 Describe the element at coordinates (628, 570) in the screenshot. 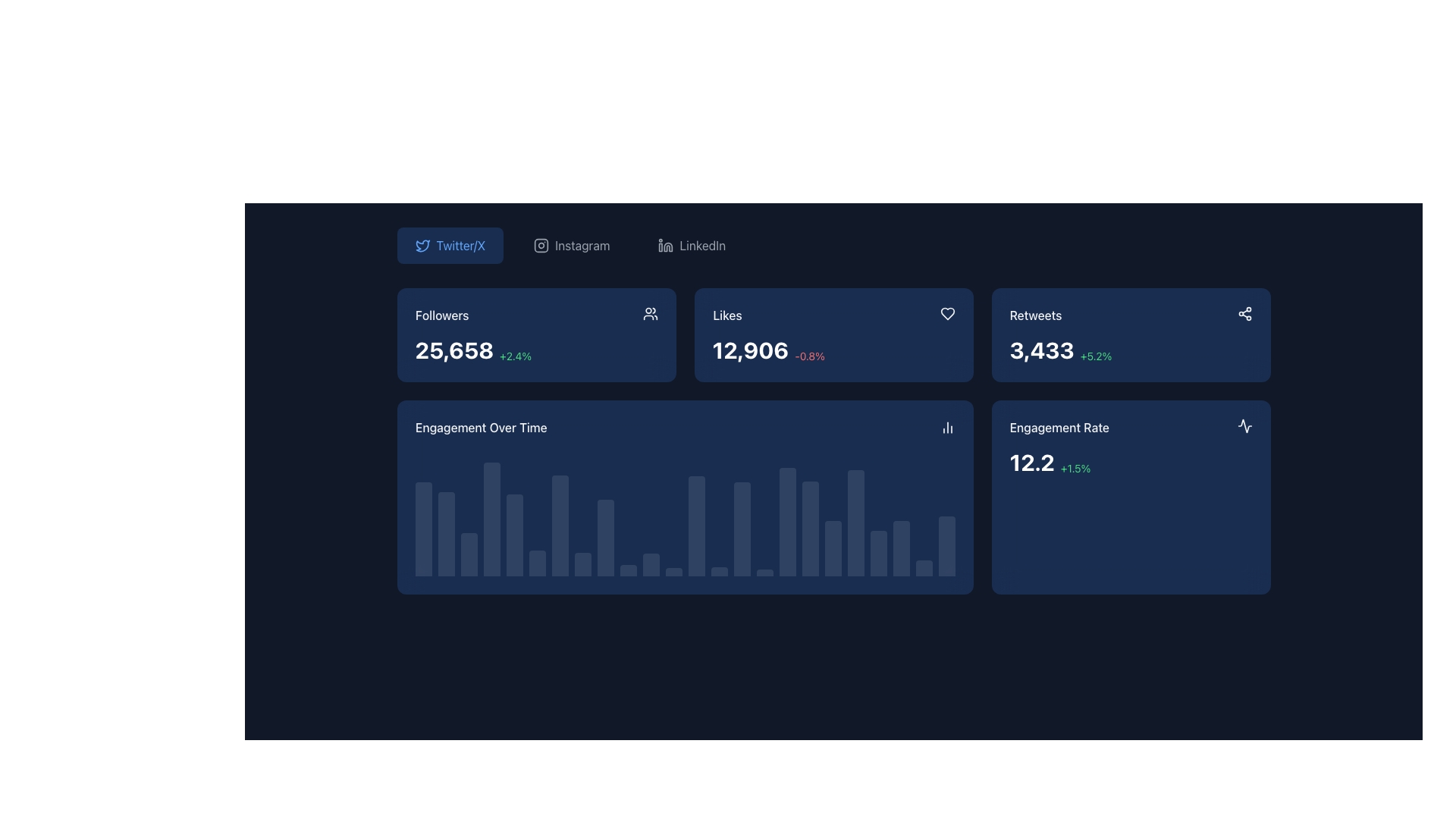

I see `the tenth data visualization bar in the 'Engagement Over Time' section` at that location.